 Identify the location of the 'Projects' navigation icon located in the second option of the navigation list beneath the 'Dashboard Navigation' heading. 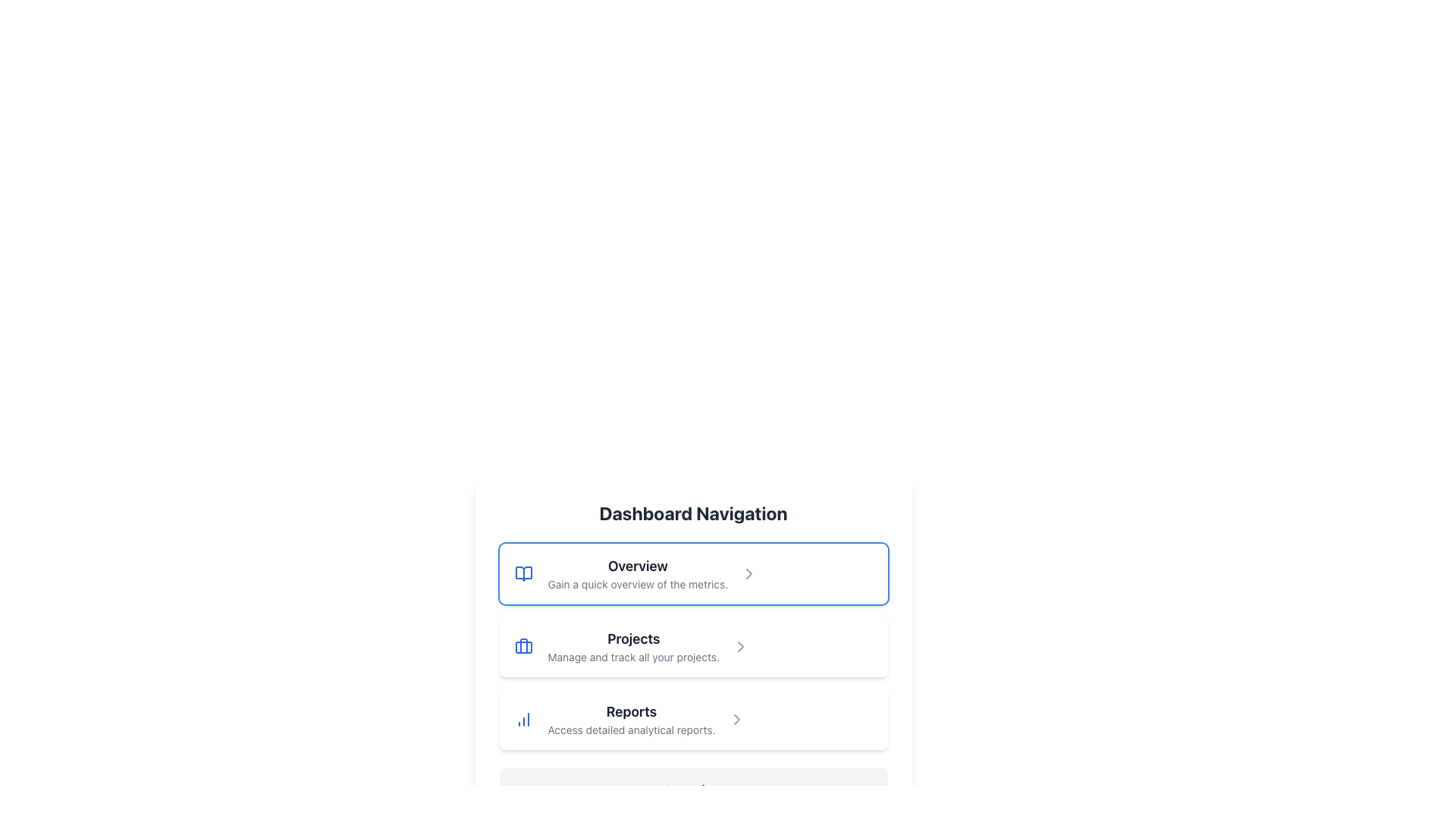
(523, 646).